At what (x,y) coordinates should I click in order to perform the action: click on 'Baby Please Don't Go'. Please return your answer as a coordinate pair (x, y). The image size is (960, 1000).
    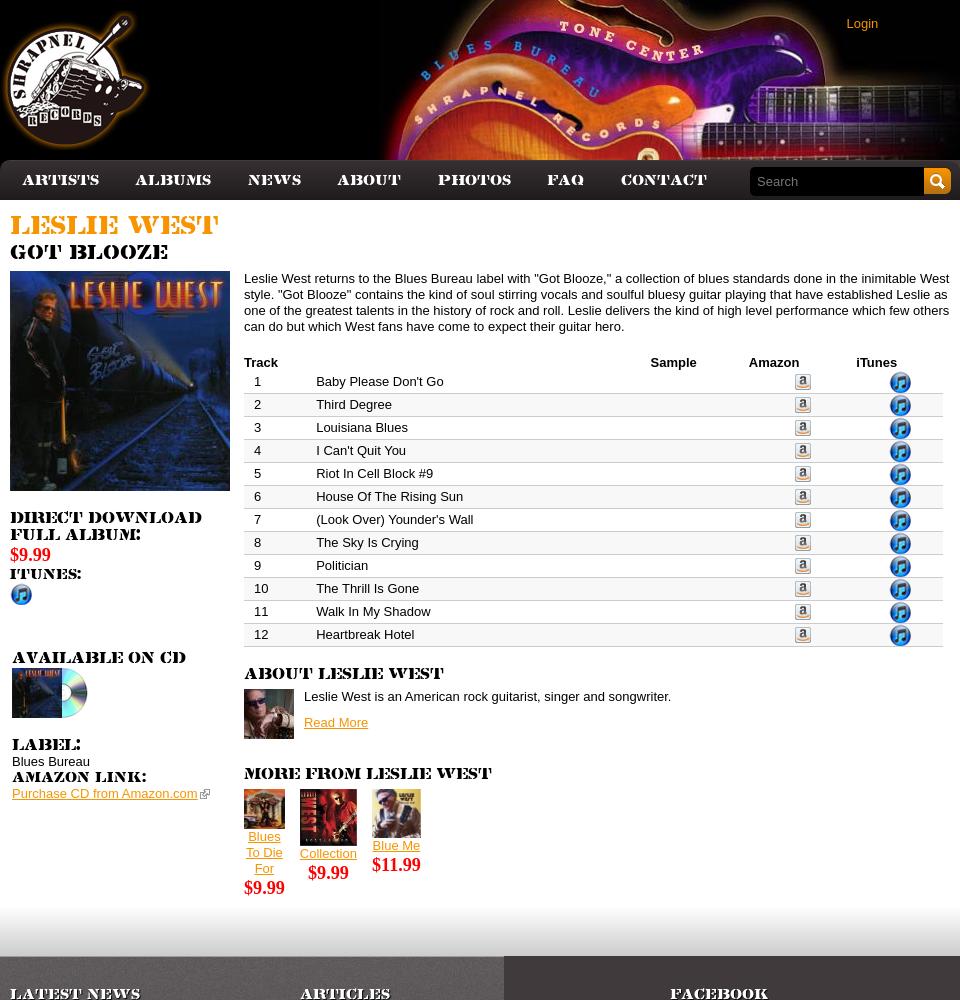
    Looking at the image, I should click on (378, 380).